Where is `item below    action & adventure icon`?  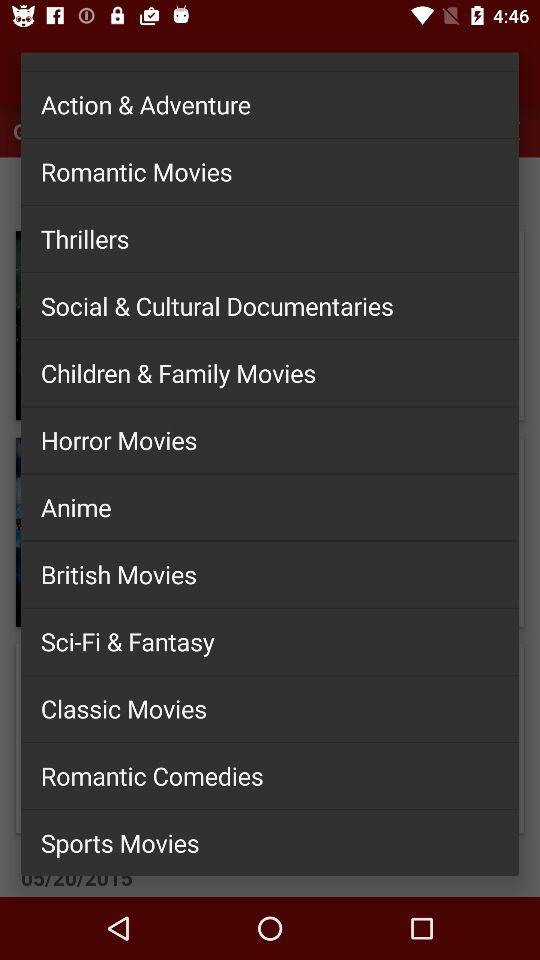 item below    action & adventure icon is located at coordinates (270, 170).